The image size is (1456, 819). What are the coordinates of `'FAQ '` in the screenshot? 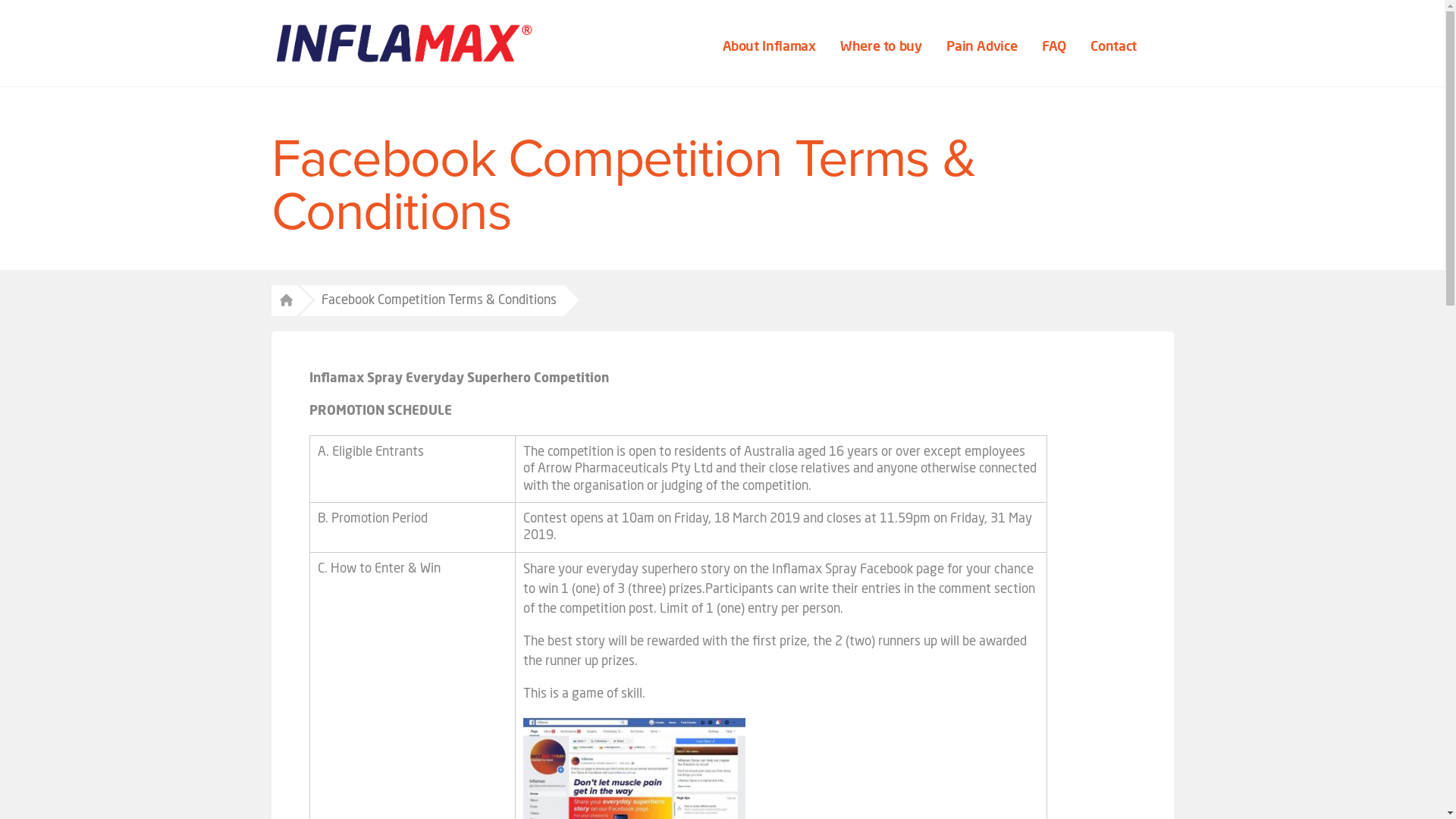 It's located at (1055, 45).